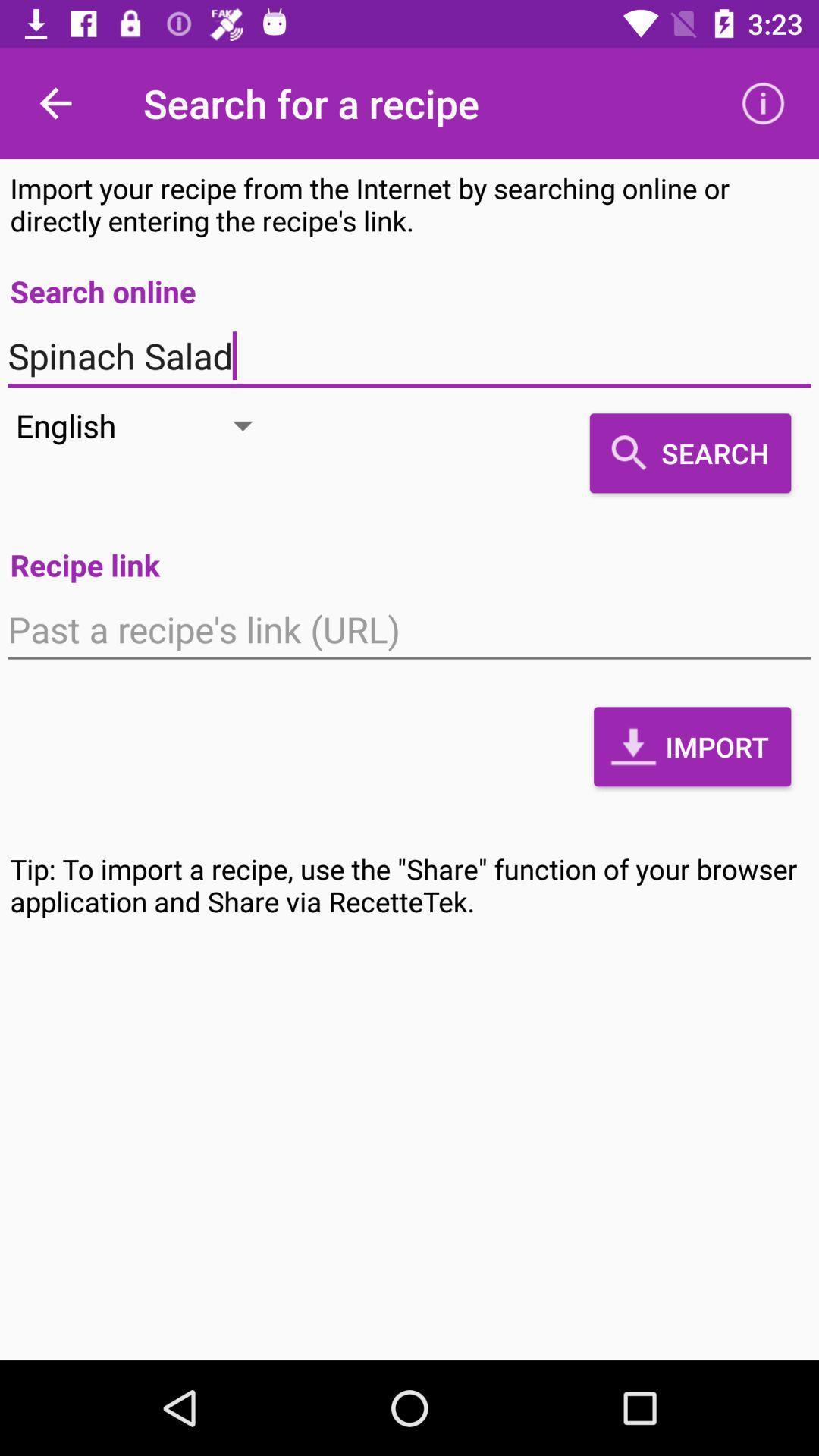 This screenshot has height=1456, width=819. What do you see at coordinates (409, 629) in the screenshot?
I see `the recipe link` at bounding box center [409, 629].